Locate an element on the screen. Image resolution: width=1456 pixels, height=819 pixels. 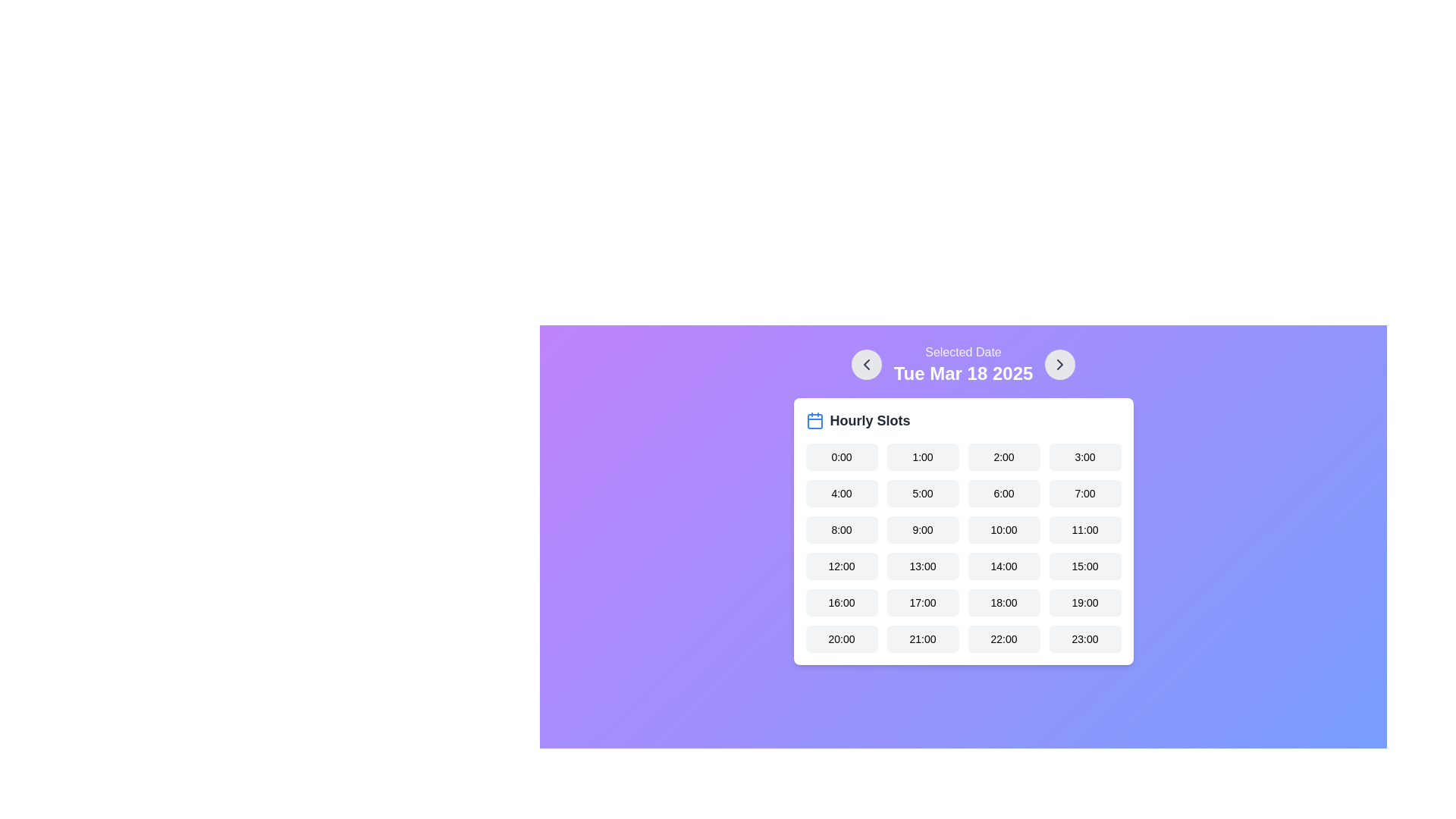
the button labeled '22:00', which is a rectangular button with rounded corners located in the sixth position of the grid under the 'Hourly Slots' heading is located at coordinates (1004, 639).